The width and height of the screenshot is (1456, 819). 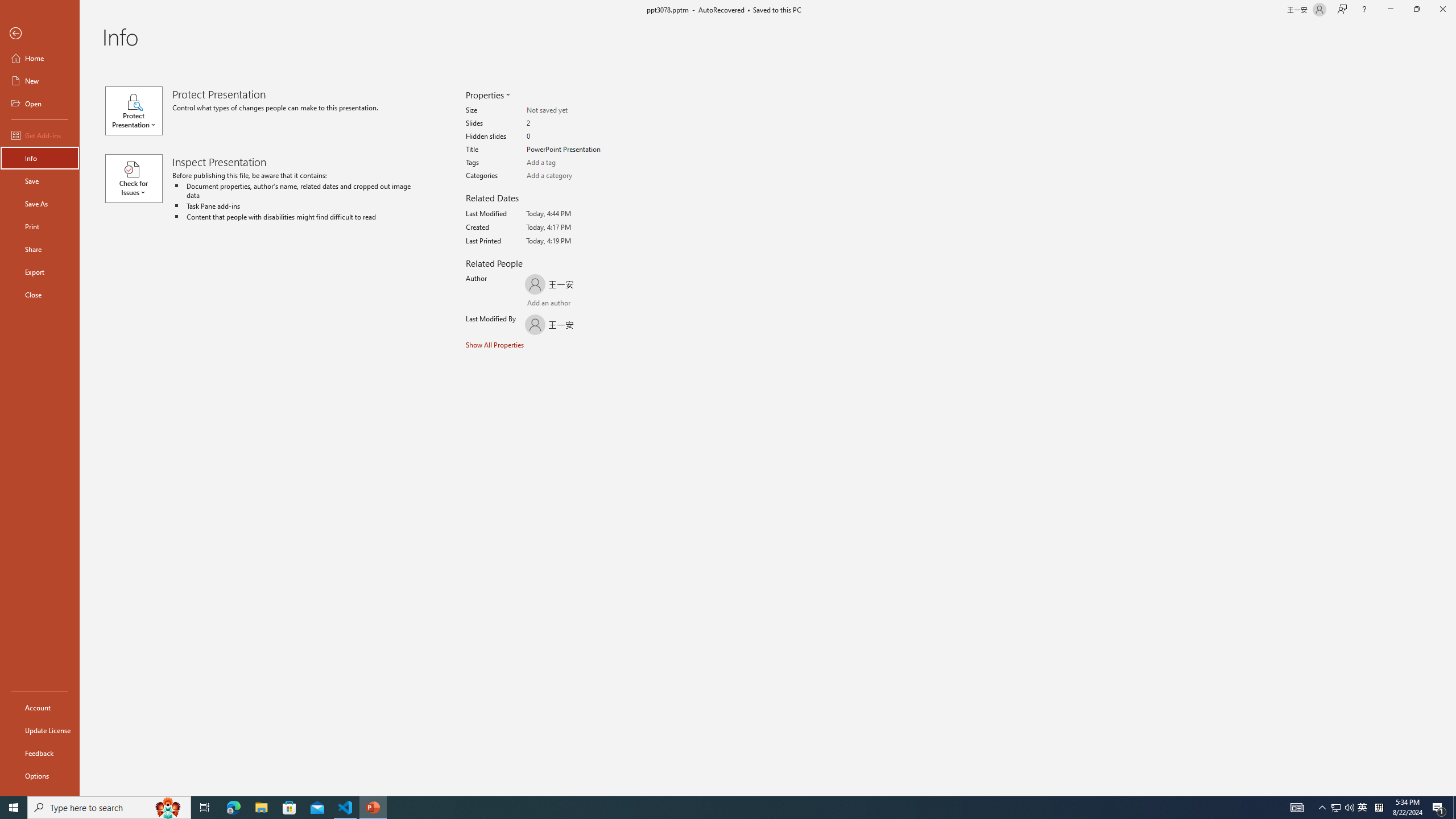 What do you see at coordinates (39, 157) in the screenshot?
I see `'Info'` at bounding box center [39, 157].